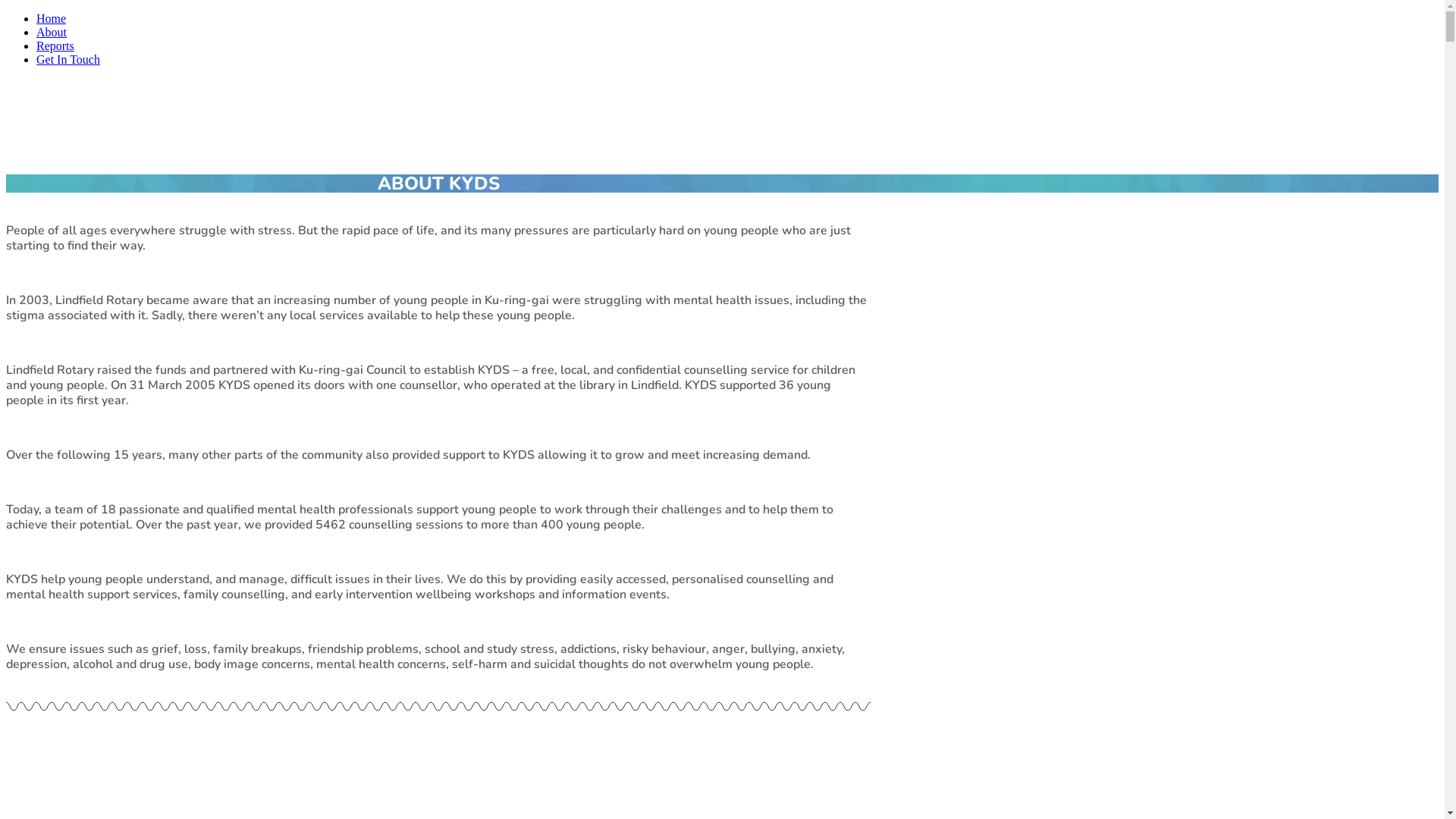 This screenshot has width=1456, height=819. What do you see at coordinates (51, 18) in the screenshot?
I see `'Home'` at bounding box center [51, 18].